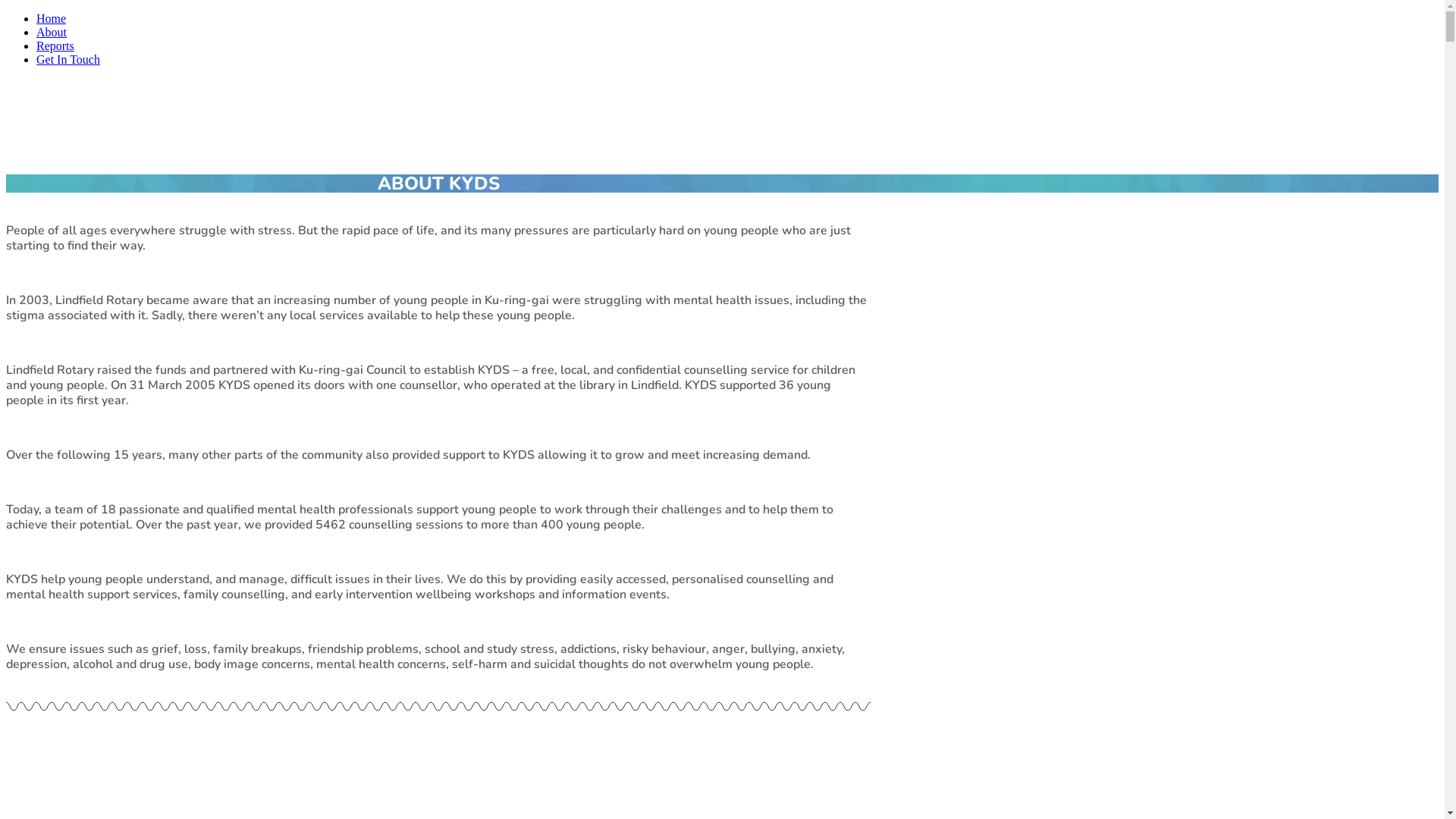 This screenshot has width=1456, height=819. What do you see at coordinates (51, 18) in the screenshot?
I see `'Home'` at bounding box center [51, 18].